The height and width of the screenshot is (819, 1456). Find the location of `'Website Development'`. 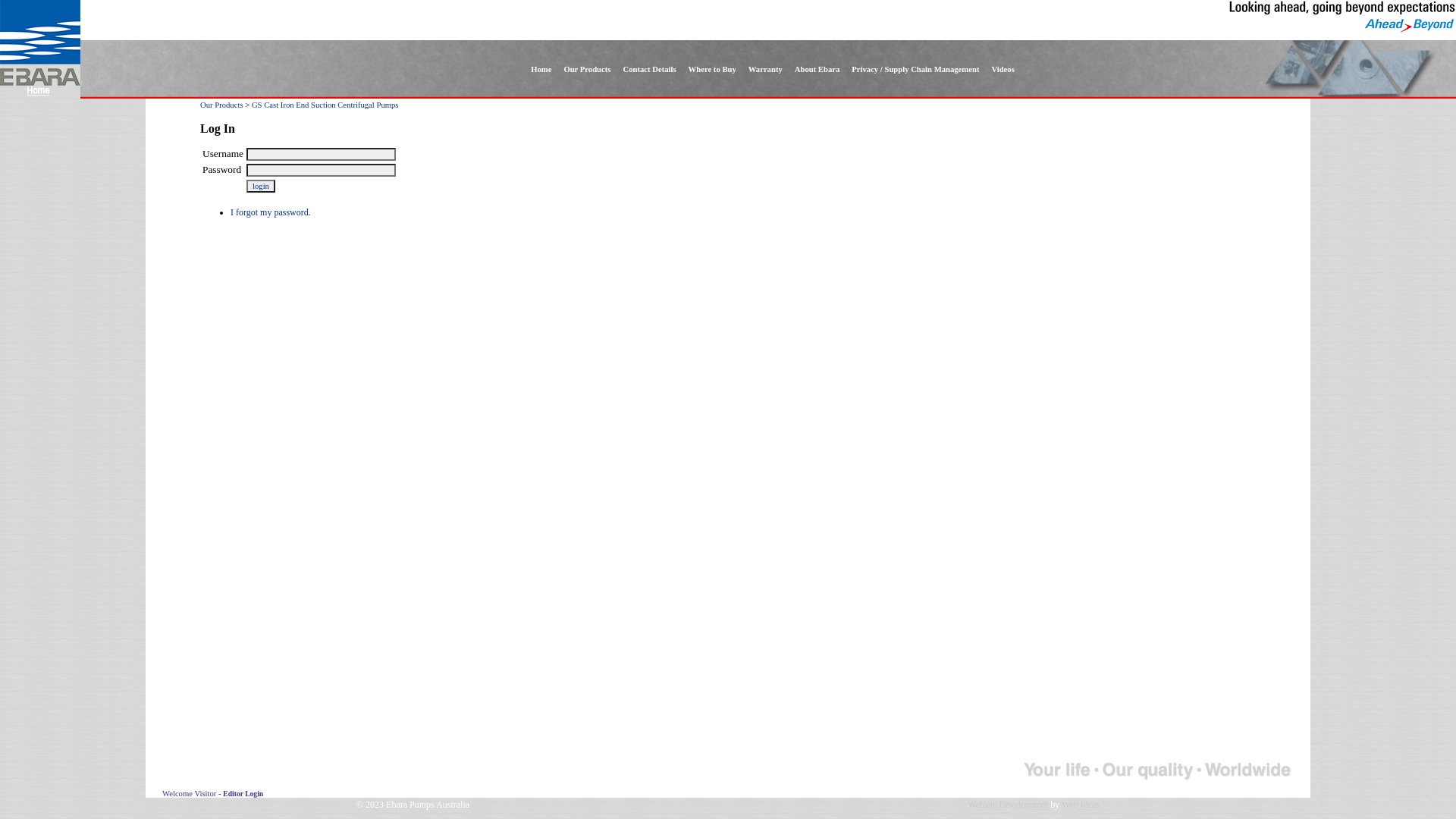

'Website Development' is located at coordinates (1008, 803).